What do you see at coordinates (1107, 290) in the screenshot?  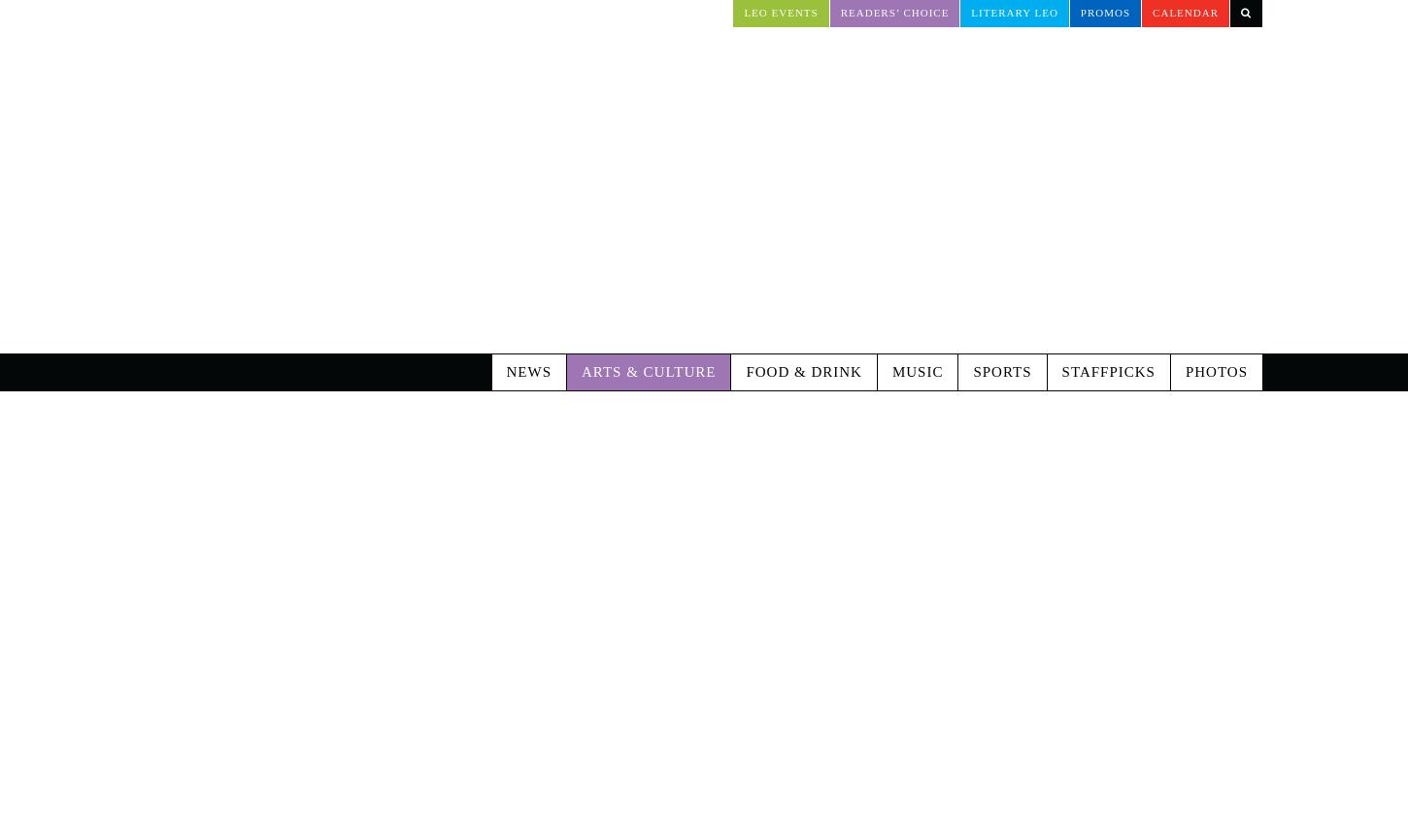 I see `'Staffpicks'` at bounding box center [1107, 290].